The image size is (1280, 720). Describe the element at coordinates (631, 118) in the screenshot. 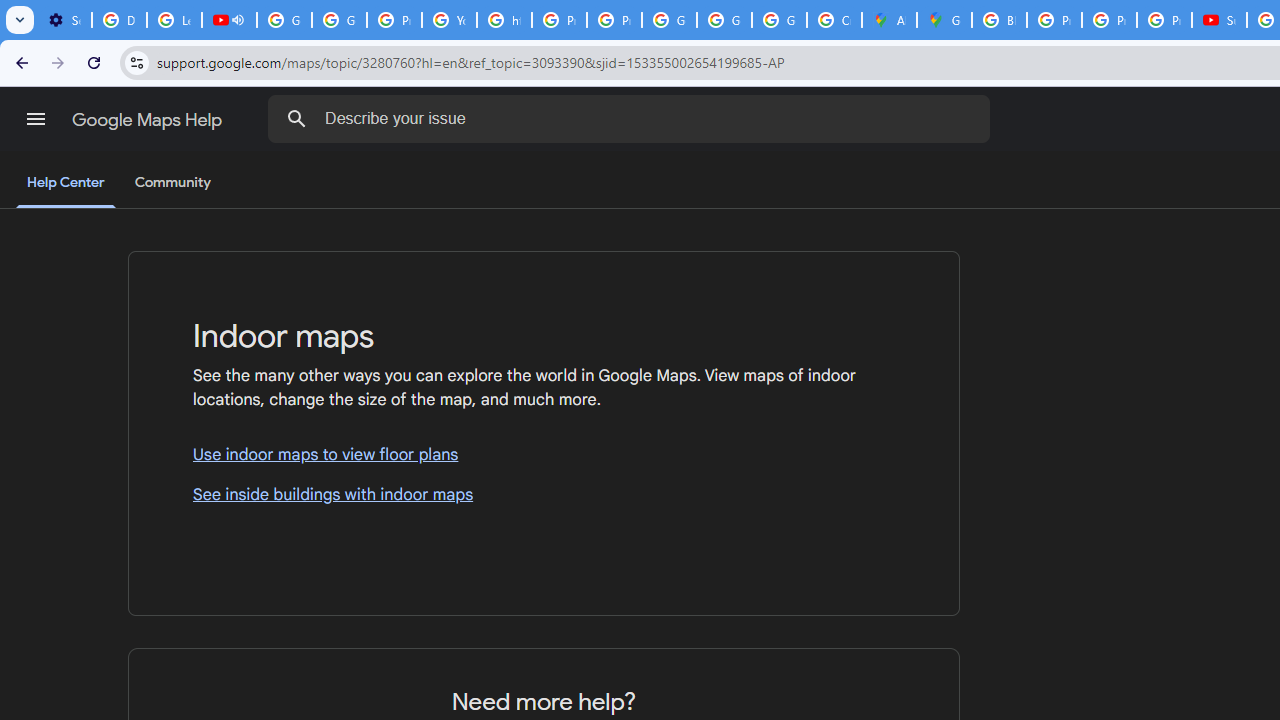

I see `'Describe your issue'` at that location.